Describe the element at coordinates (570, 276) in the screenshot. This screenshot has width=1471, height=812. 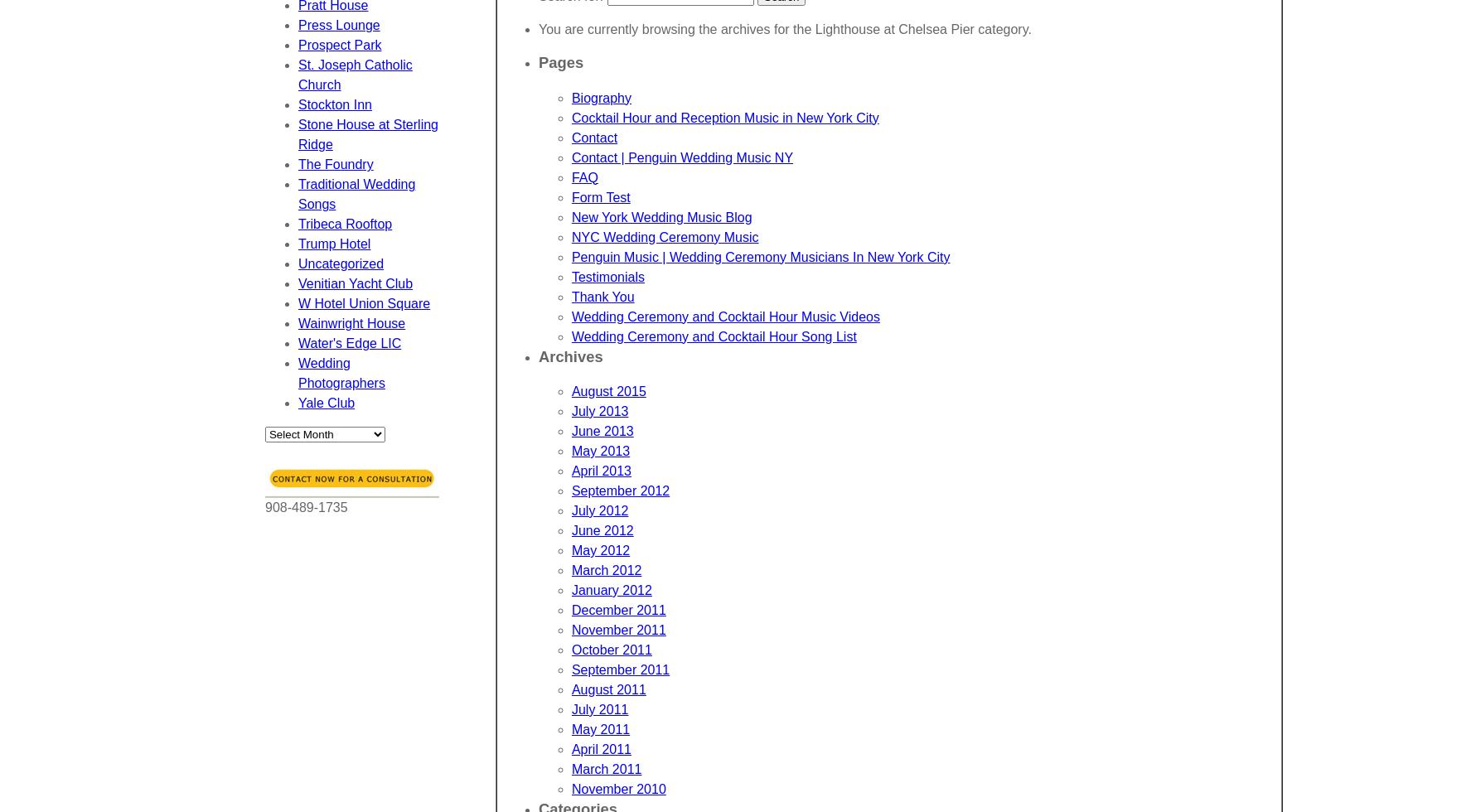
I see `'Testimonials'` at that location.